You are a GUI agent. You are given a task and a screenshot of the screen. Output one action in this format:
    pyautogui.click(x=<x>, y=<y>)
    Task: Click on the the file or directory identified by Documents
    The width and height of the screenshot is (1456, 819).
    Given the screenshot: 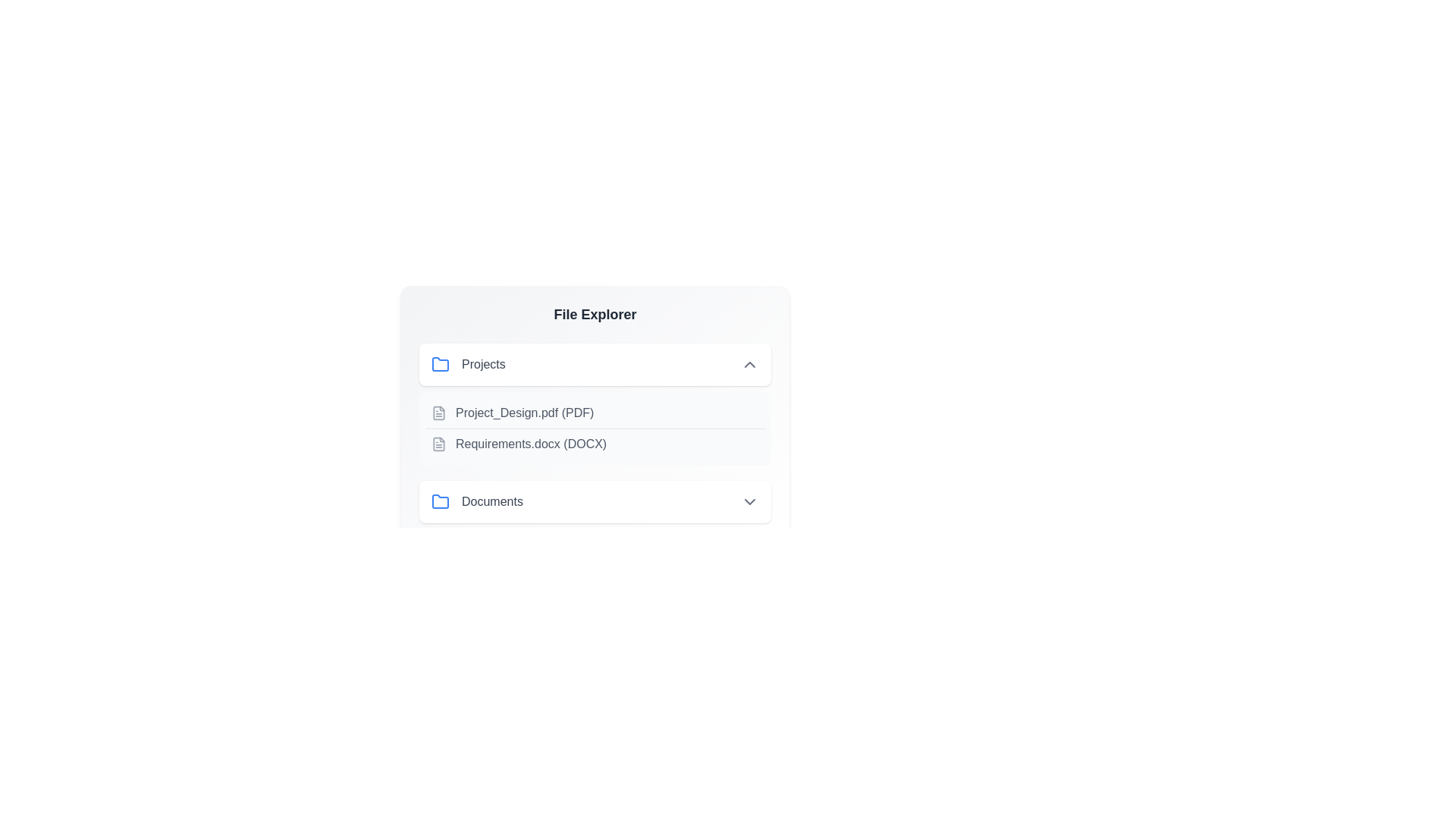 What is the action you would take?
    pyautogui.click(x=595, y=502)
    